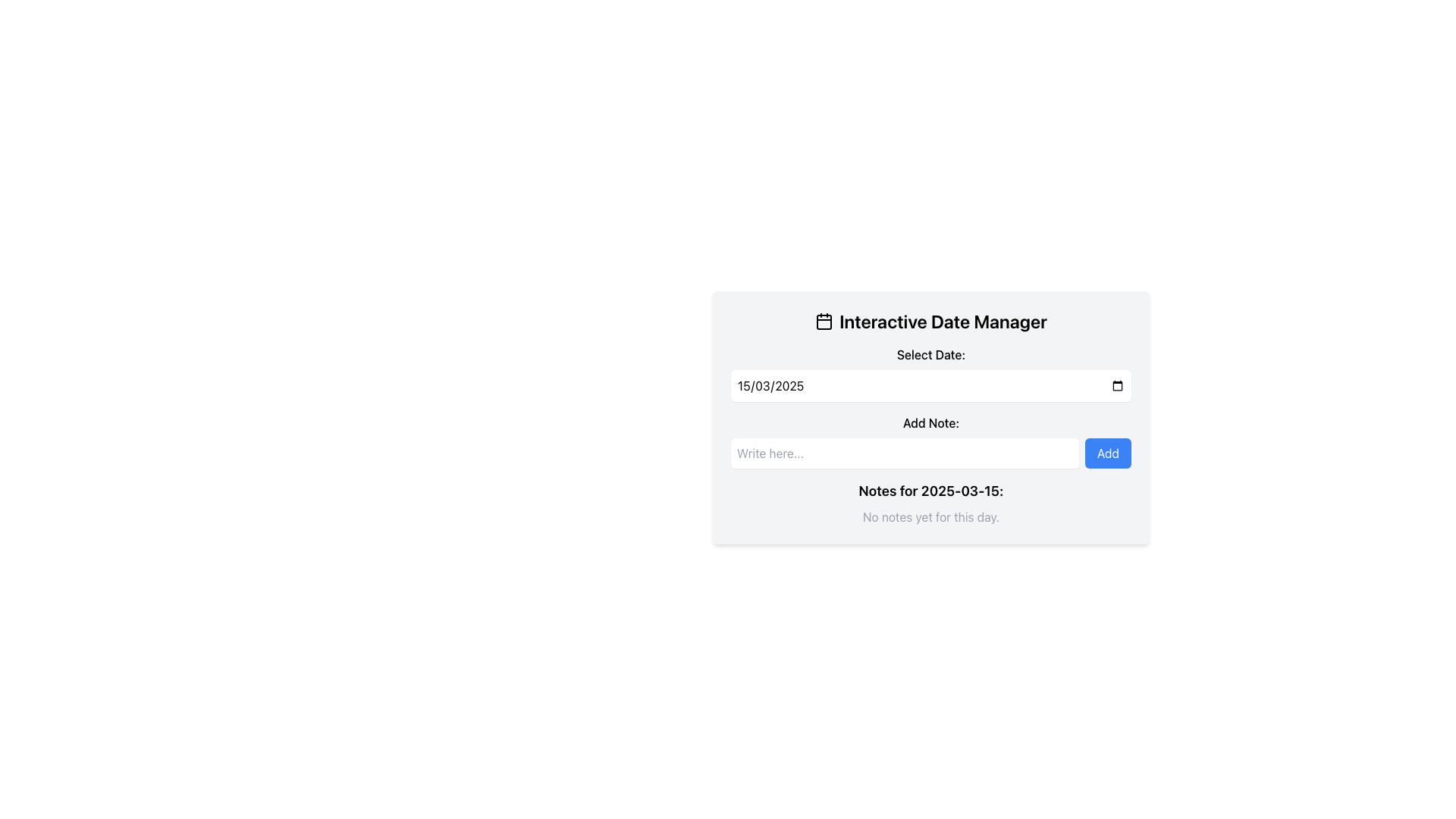  Describe the element at coordinates (824, 321) in the screenshot. I see `the calendar icon located to the left of the 'Interactive Date Manager' title in the header` at that location.